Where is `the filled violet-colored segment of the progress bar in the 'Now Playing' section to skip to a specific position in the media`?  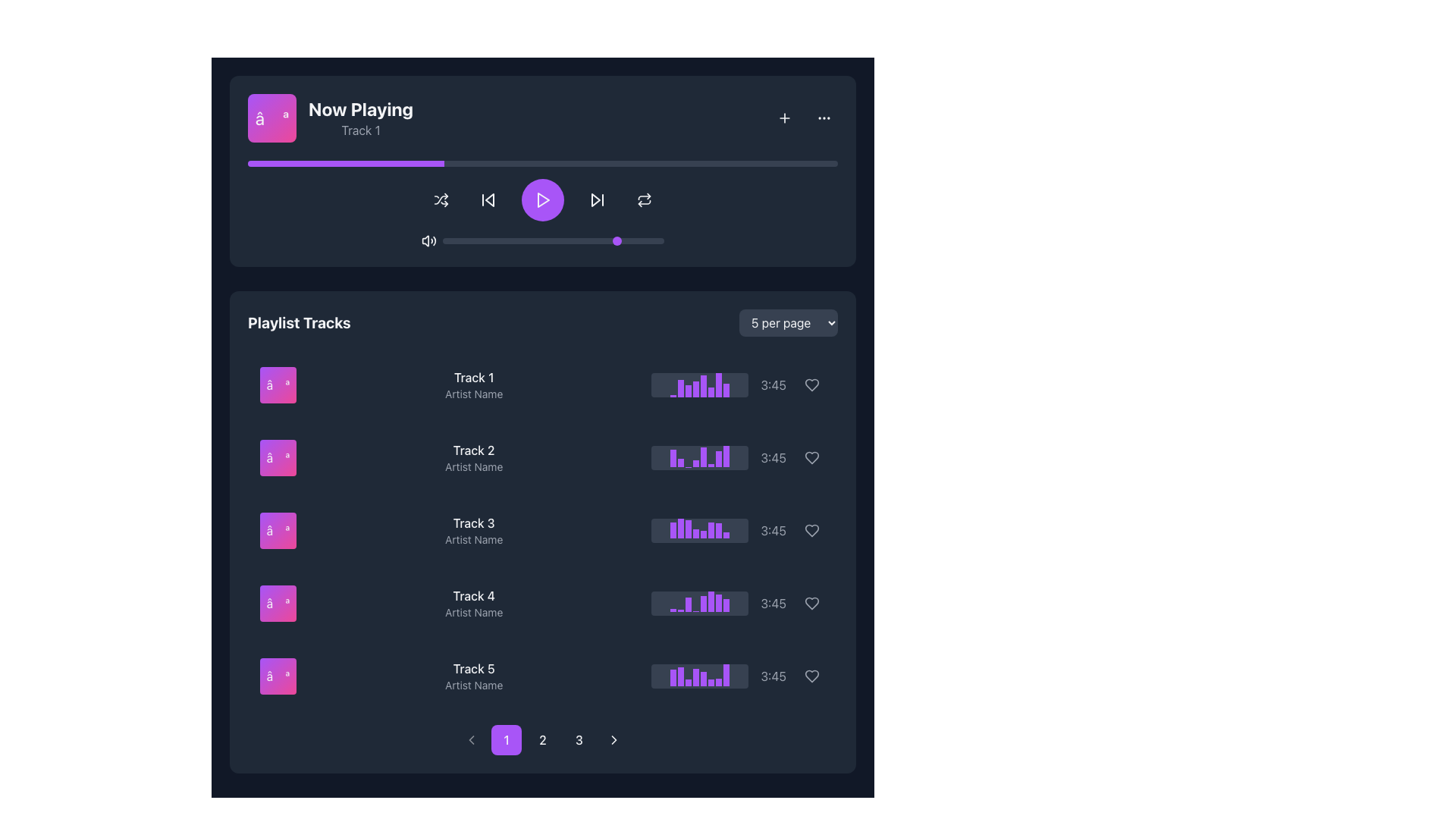
the filled violet-colored segment of the progress bar in the 'Now Playing' section to skip to a specific position in the media is located at coordinates (345, 164).